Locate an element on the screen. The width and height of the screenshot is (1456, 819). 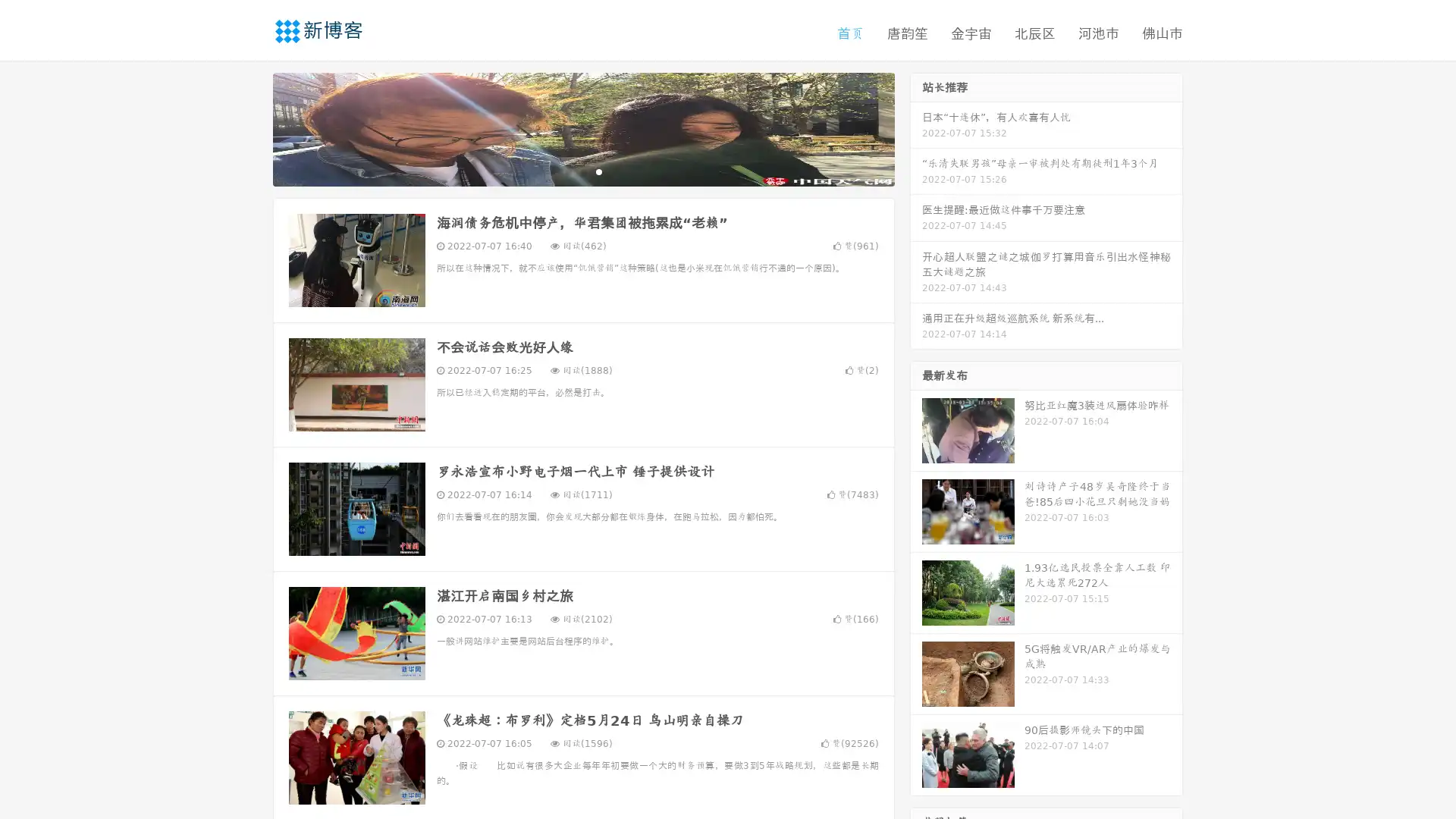
Next slide is located at coordinates (916, 127).